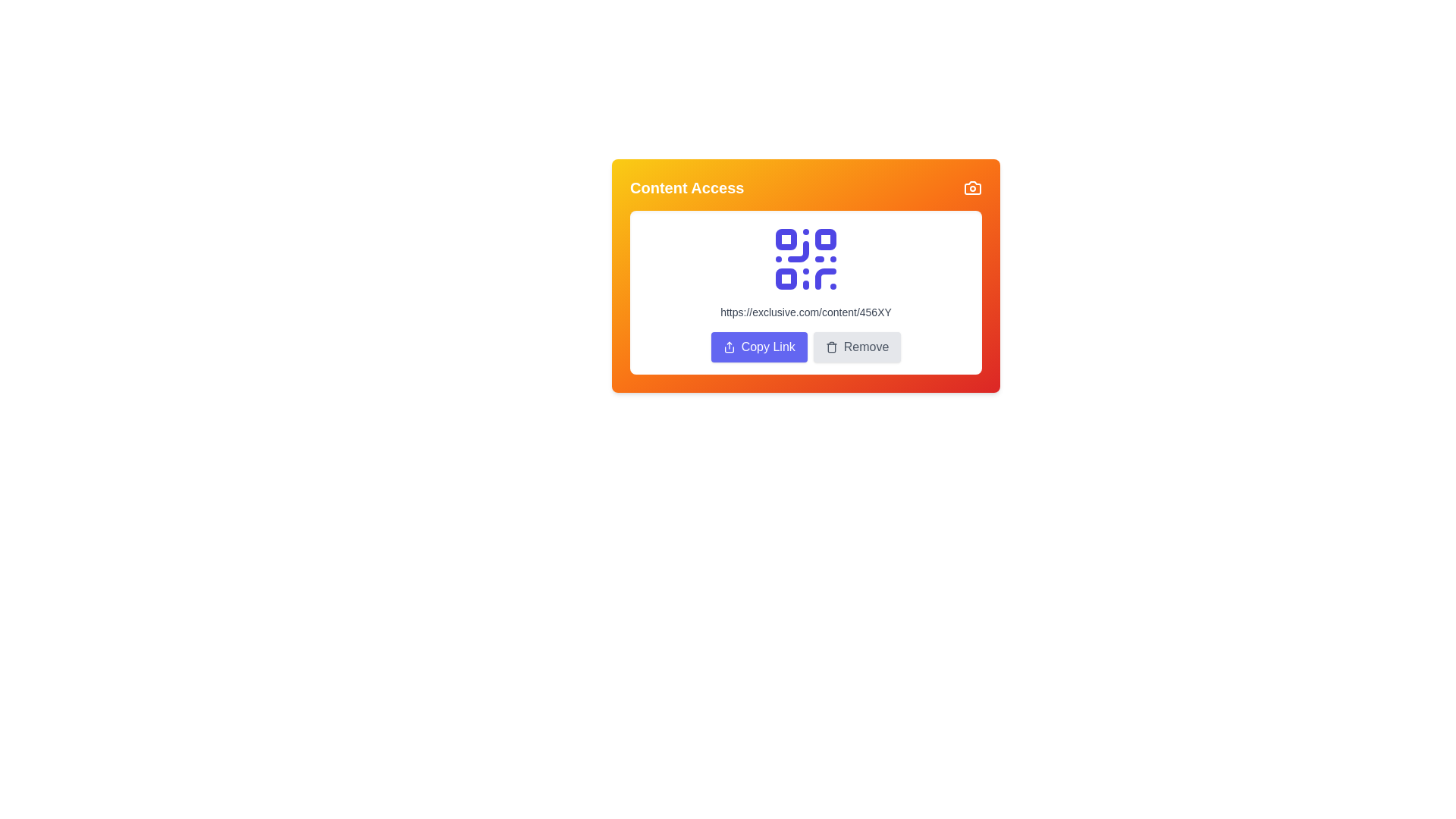  I want to click on the camera icon located in the top-right corner of the 'Content Access' card interface, characterized by its white color and orange-red gradient background, so click(972, 187).